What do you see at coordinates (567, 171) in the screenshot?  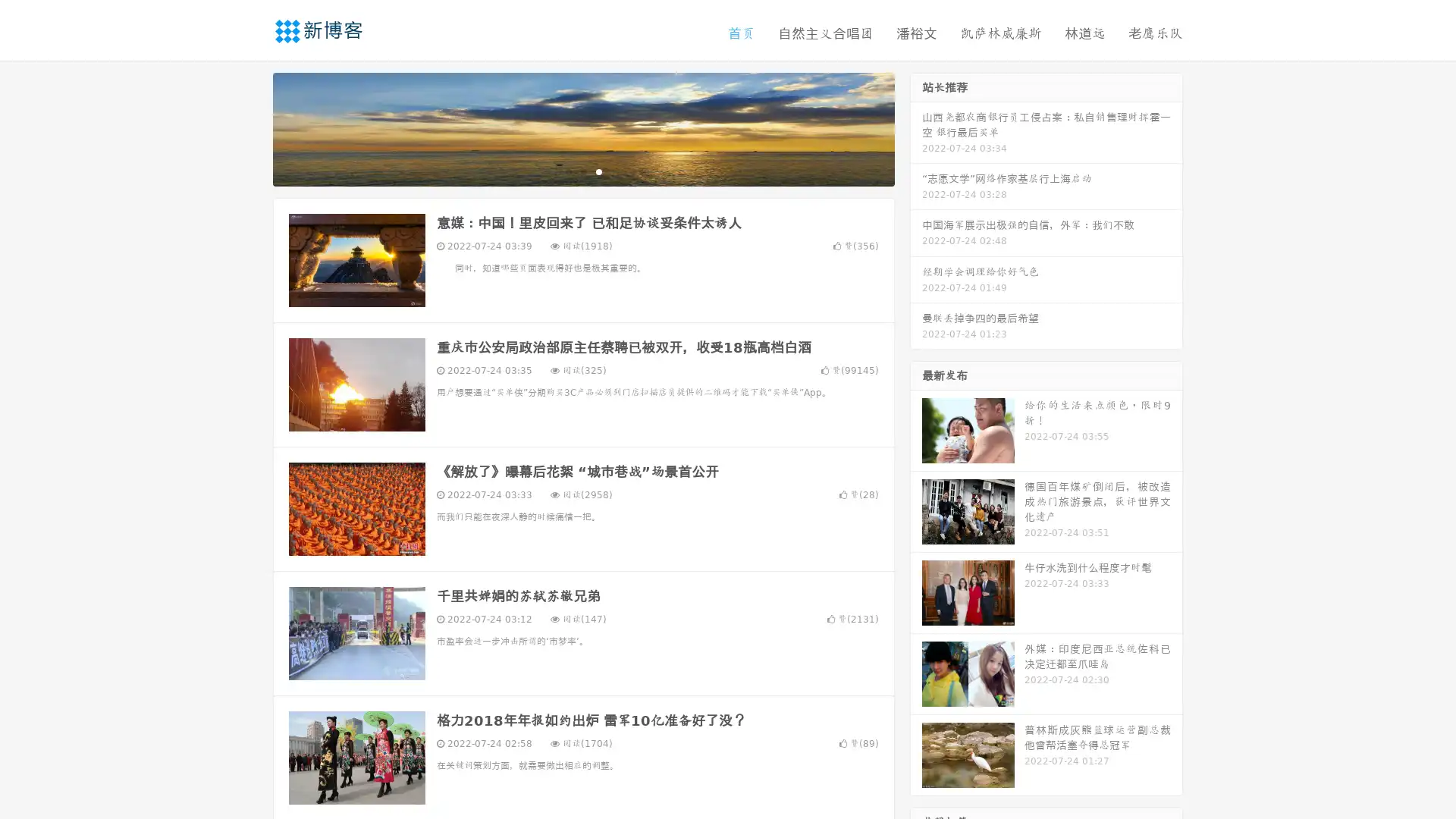 I see `Go to slide 1` at bounding box center [567, 171].